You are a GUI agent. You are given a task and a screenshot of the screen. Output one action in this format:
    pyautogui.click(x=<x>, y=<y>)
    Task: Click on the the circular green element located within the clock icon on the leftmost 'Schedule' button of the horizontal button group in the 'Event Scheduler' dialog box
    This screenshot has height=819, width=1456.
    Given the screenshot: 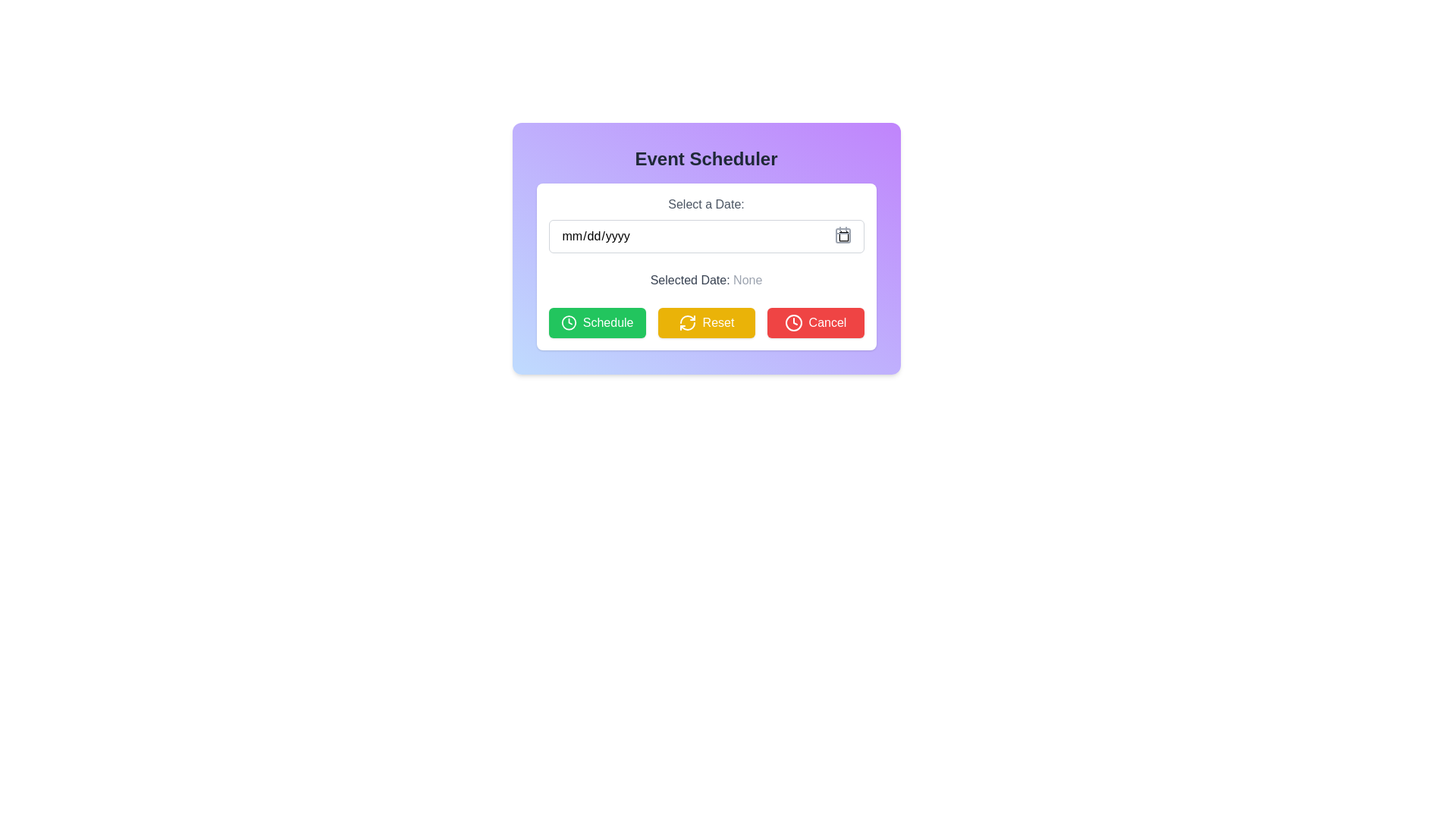 What is the action you would take?
    pyautogui.click(x=568, y=322)
    